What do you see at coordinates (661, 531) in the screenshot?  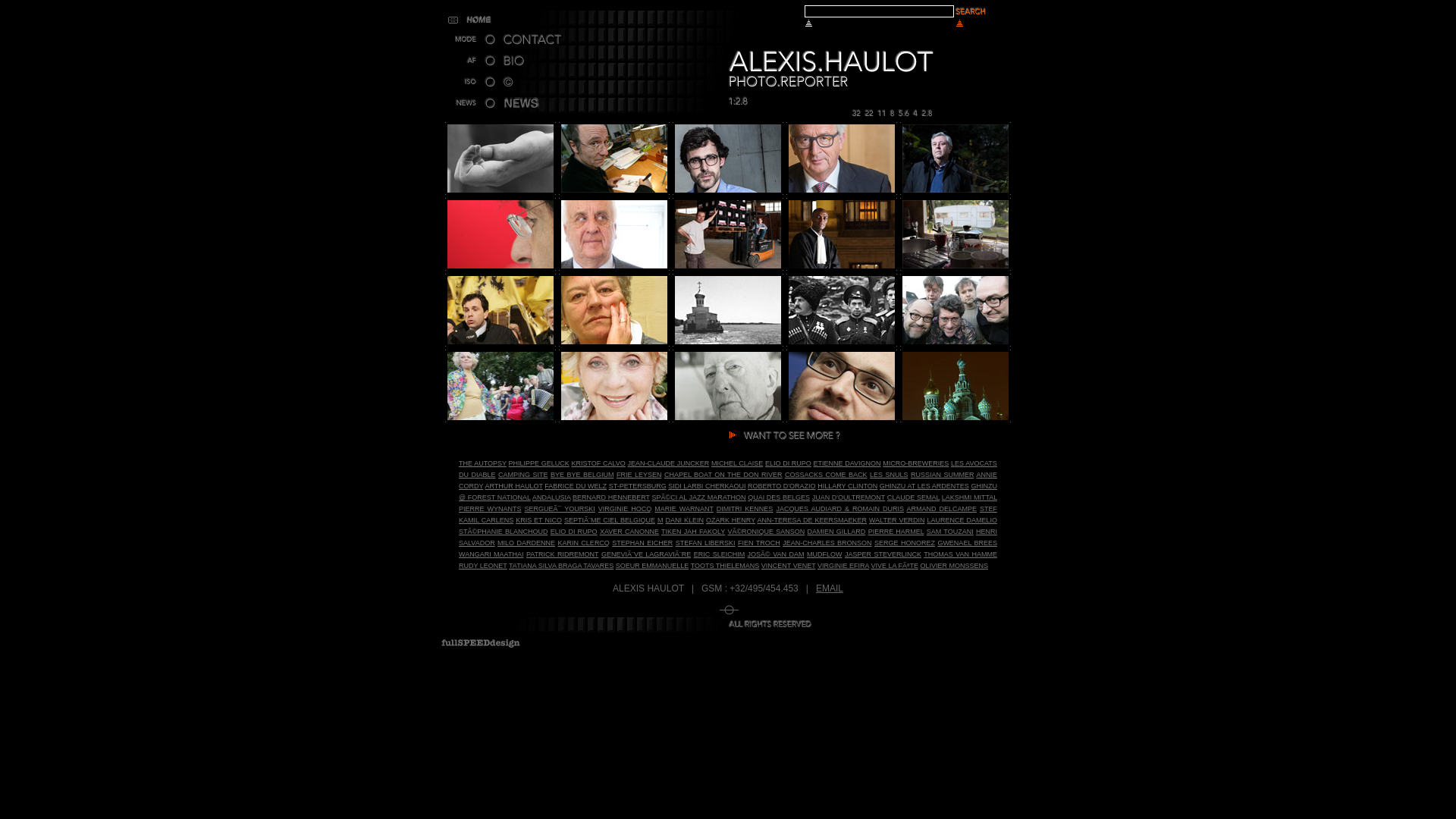 I see `'TIKEN JAH FAKOLY'` at bounding box center [661, 531].